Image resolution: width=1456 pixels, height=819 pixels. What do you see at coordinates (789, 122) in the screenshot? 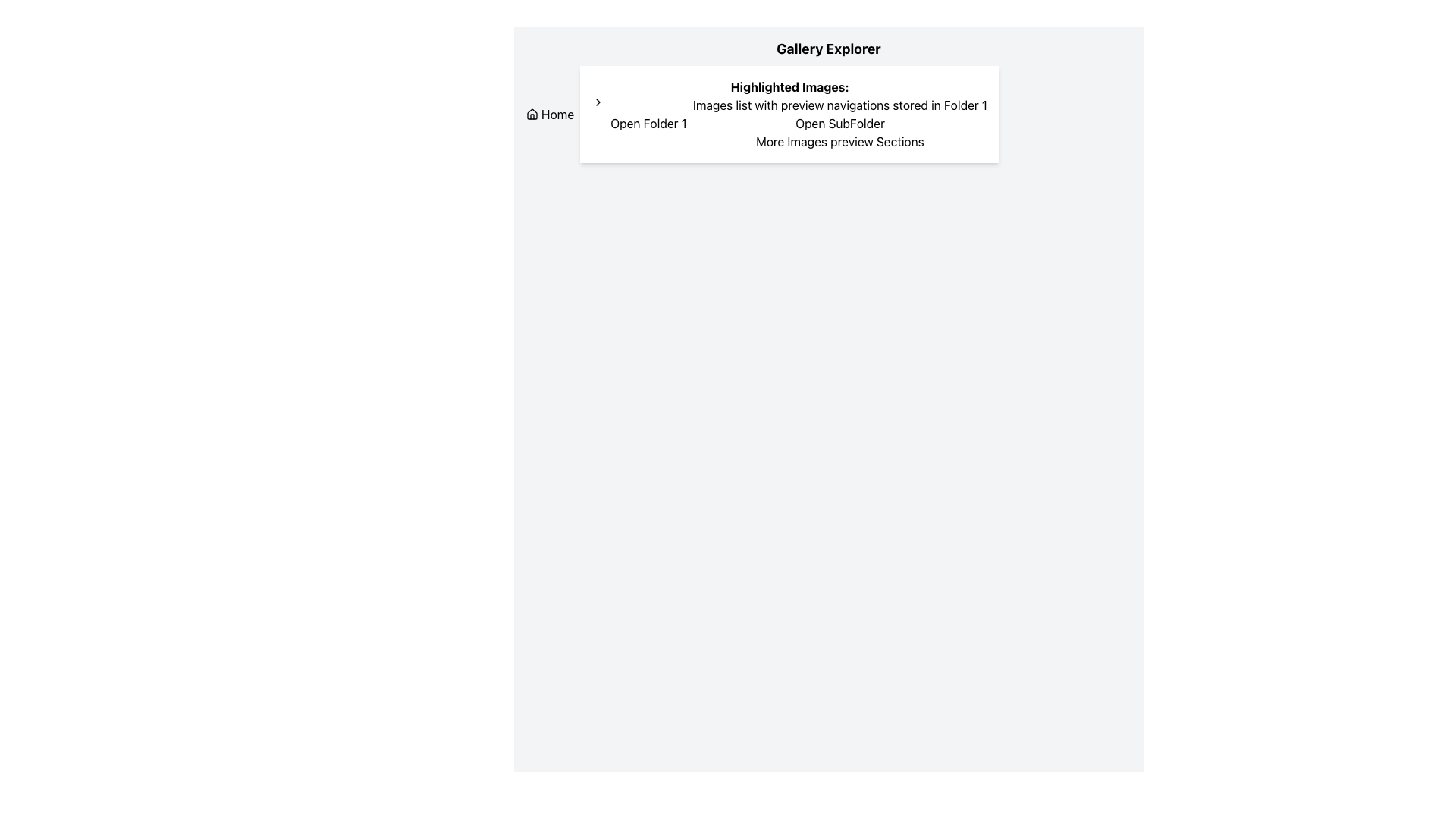
I see `the second interactive button in the 'Highlighted Images:' section, located below the 'Images list with preview navigations stored in Folder 1' text, to possibly reveal more information` at bounding box center [789, 122].